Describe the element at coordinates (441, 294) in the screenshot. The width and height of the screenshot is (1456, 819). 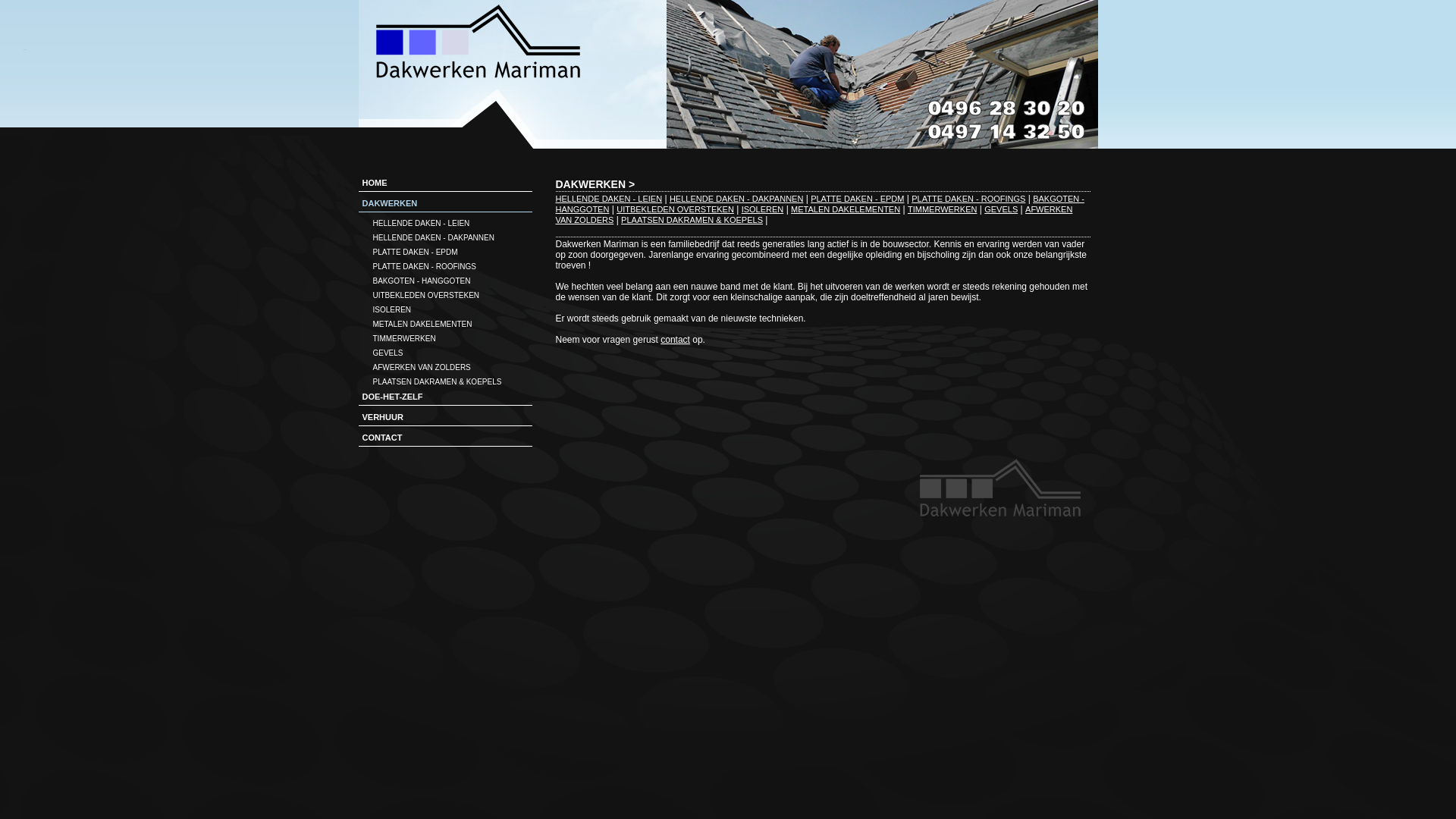
I see `'UITBEKLEDEN OVERSTEKEN'` at that location.